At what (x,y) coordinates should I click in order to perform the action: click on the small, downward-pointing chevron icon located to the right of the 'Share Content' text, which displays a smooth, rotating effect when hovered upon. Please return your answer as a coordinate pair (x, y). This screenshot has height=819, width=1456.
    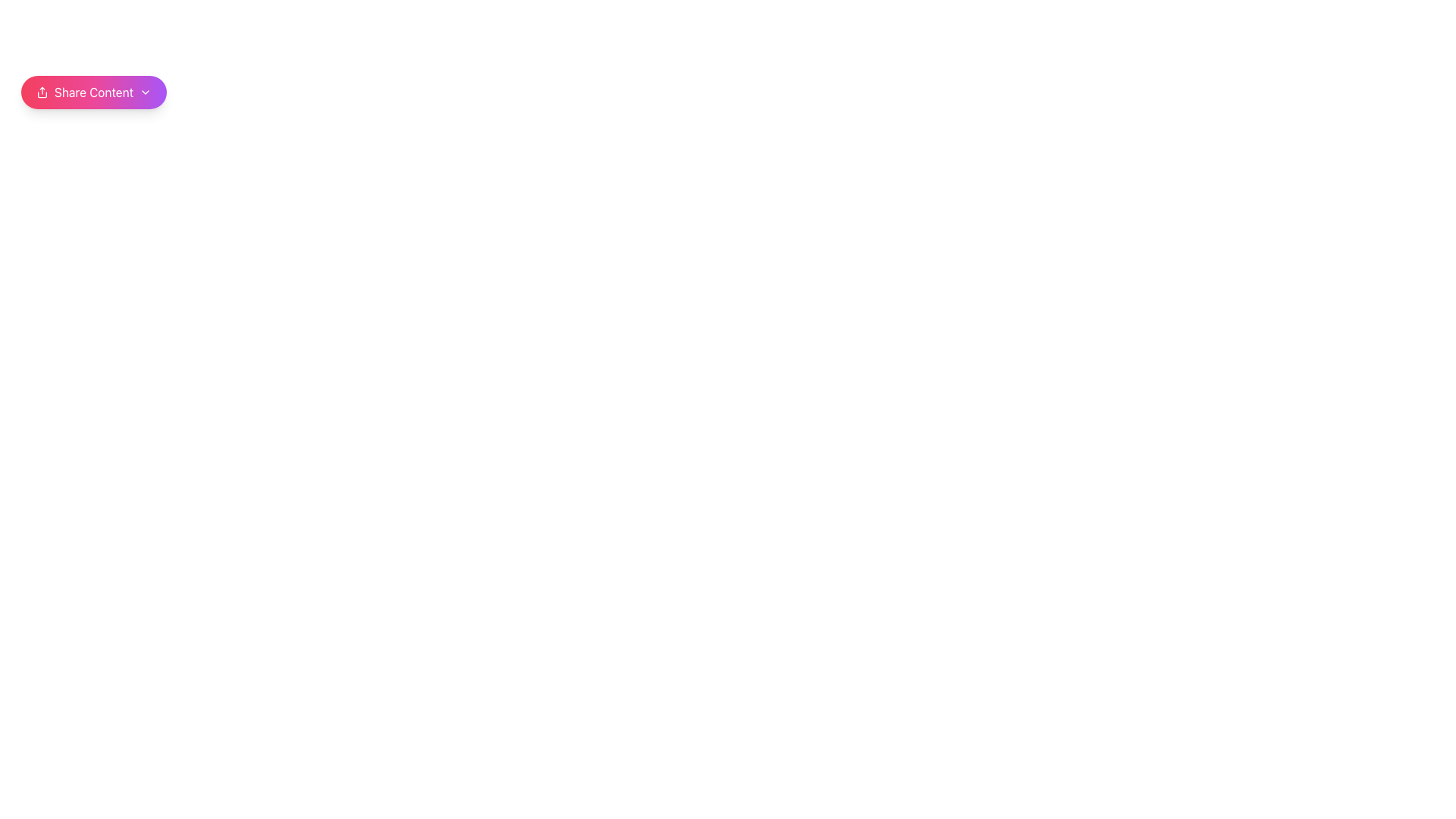
    Looking at the image, I should click on (146, 93).